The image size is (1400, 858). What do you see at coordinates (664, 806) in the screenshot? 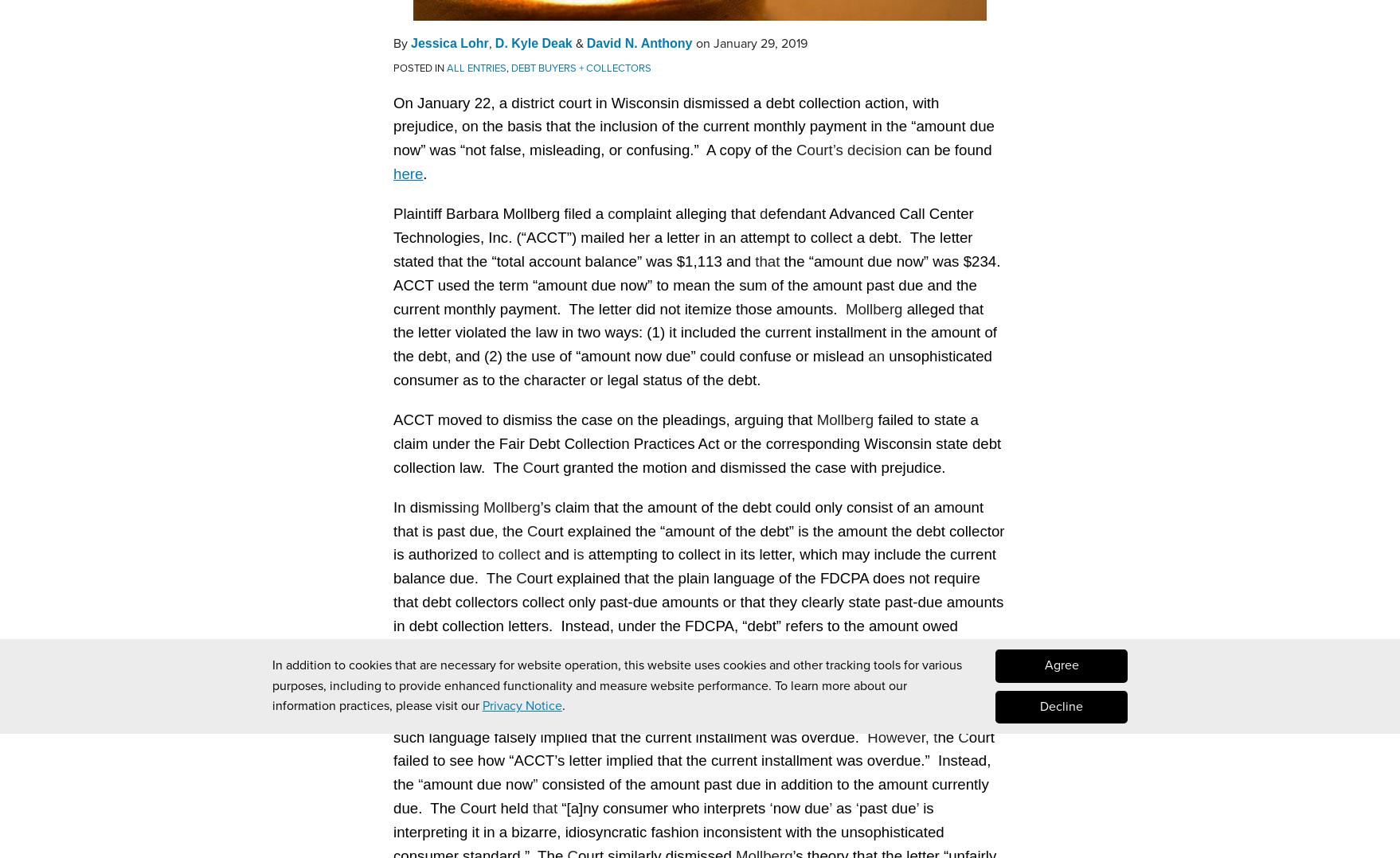
I see `'“[a]ny consumer who interprets'` at bounding box center [664, 806].